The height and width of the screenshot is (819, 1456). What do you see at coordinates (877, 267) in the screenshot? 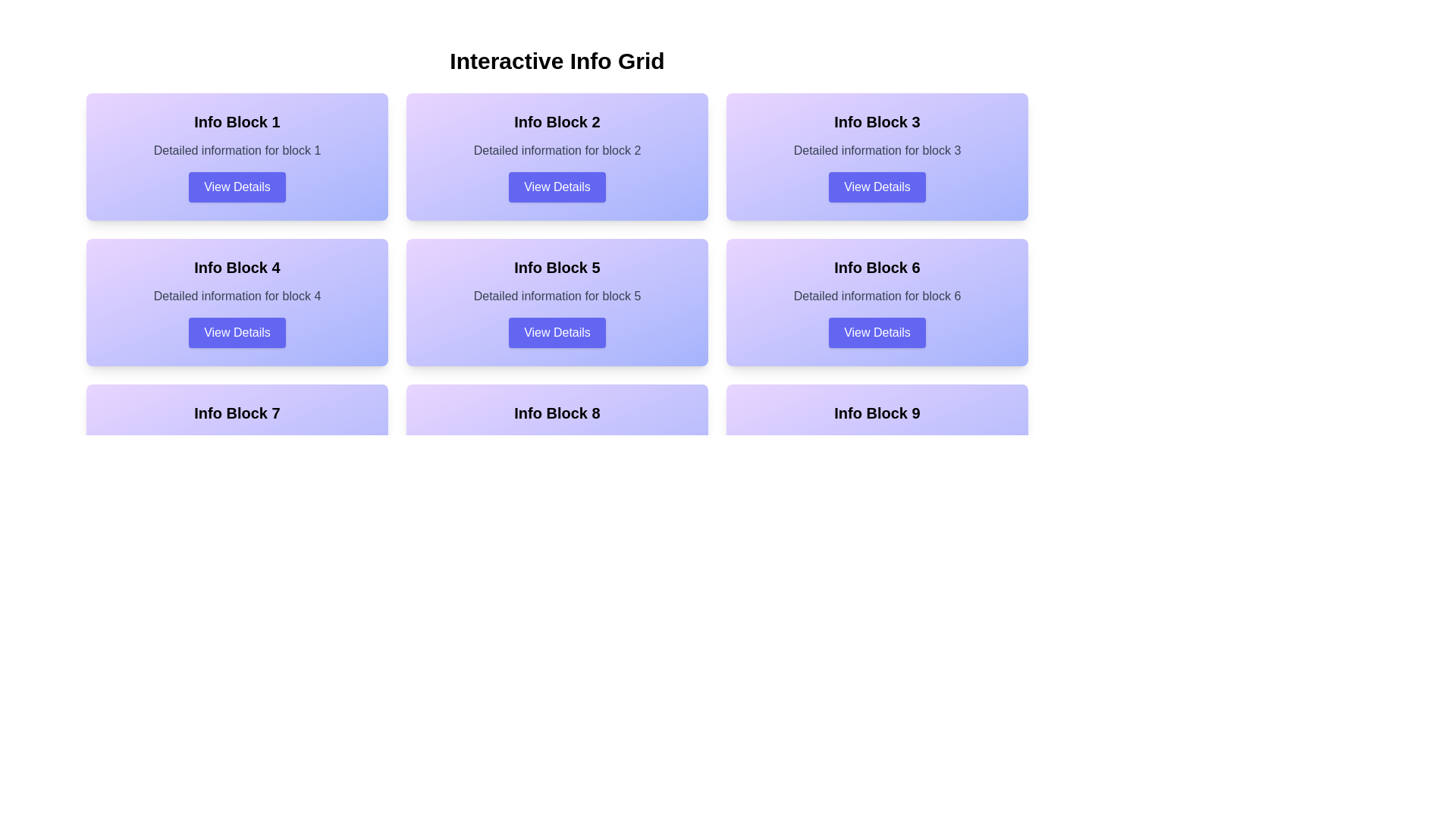
I see `the title heading text element located at the top-center of the info block card, which identifies the card's content above 'Detailed information for block 6' and the 'View Details' button` at bounding box center [877, 267].